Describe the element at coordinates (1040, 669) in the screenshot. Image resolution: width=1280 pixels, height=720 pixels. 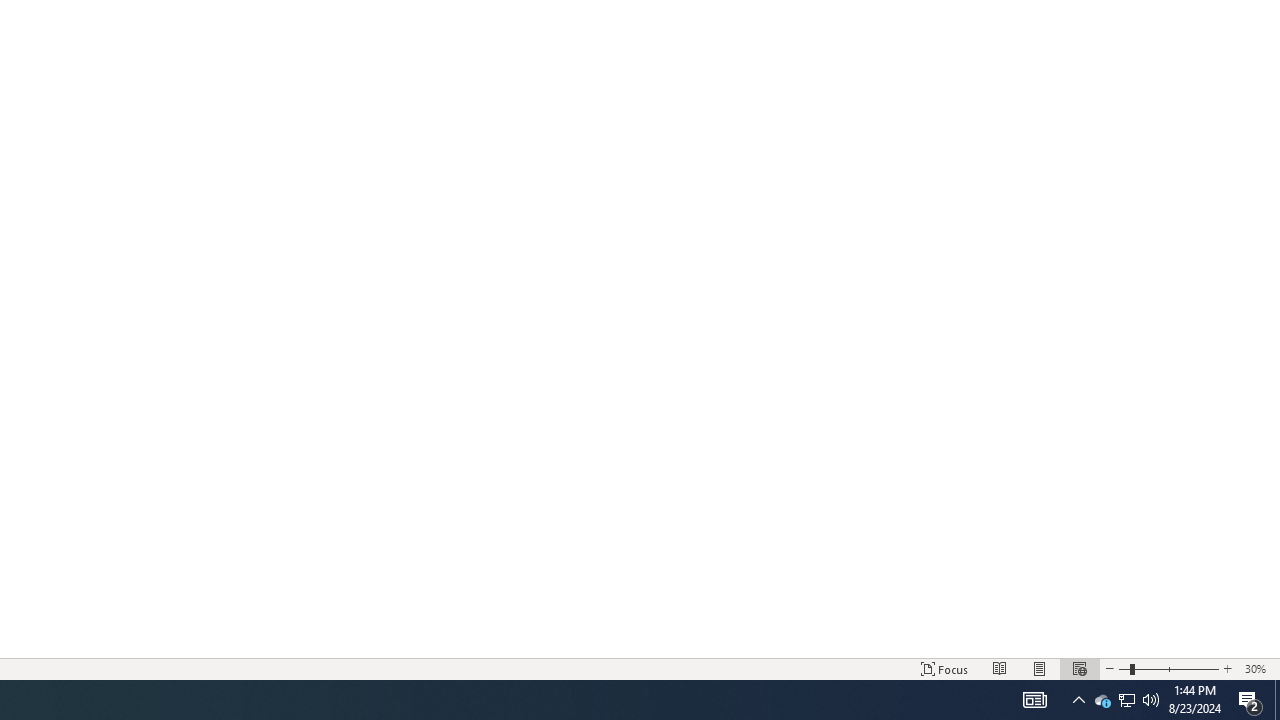
I see `'Print Layout'` at that location.